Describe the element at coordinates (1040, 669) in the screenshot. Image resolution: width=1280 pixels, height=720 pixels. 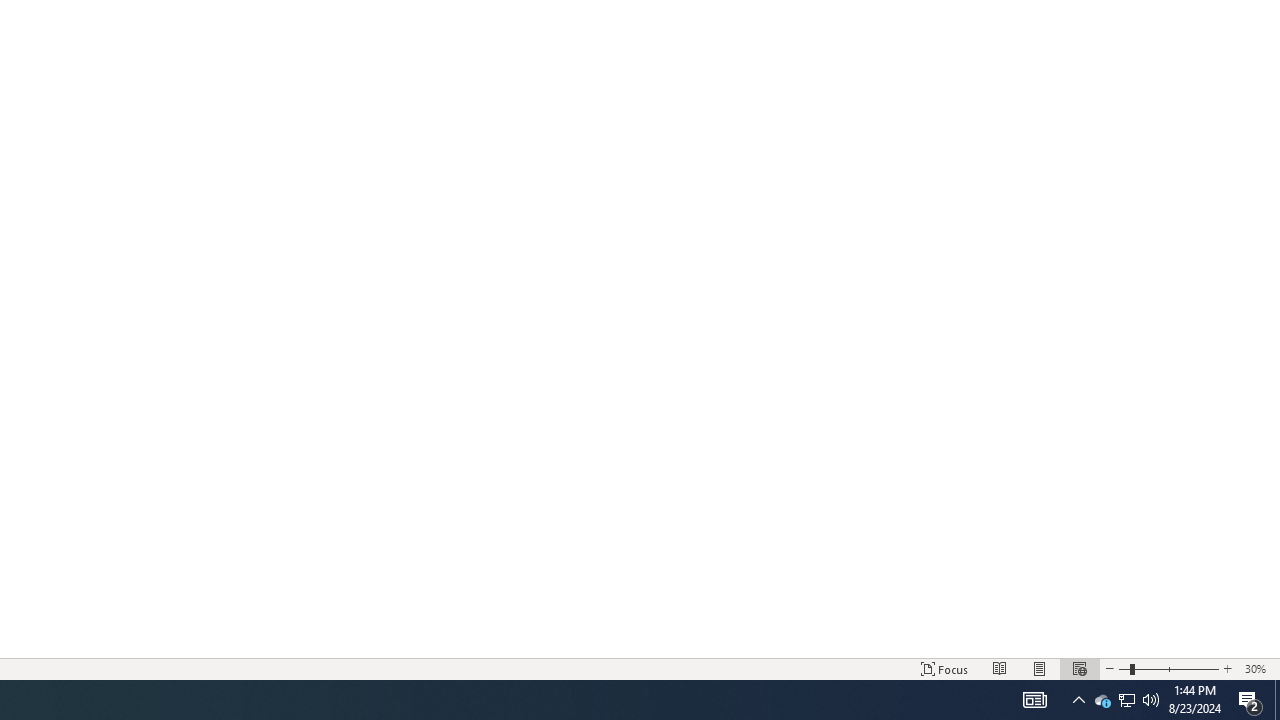
I see `'Print Layout'` at that location.